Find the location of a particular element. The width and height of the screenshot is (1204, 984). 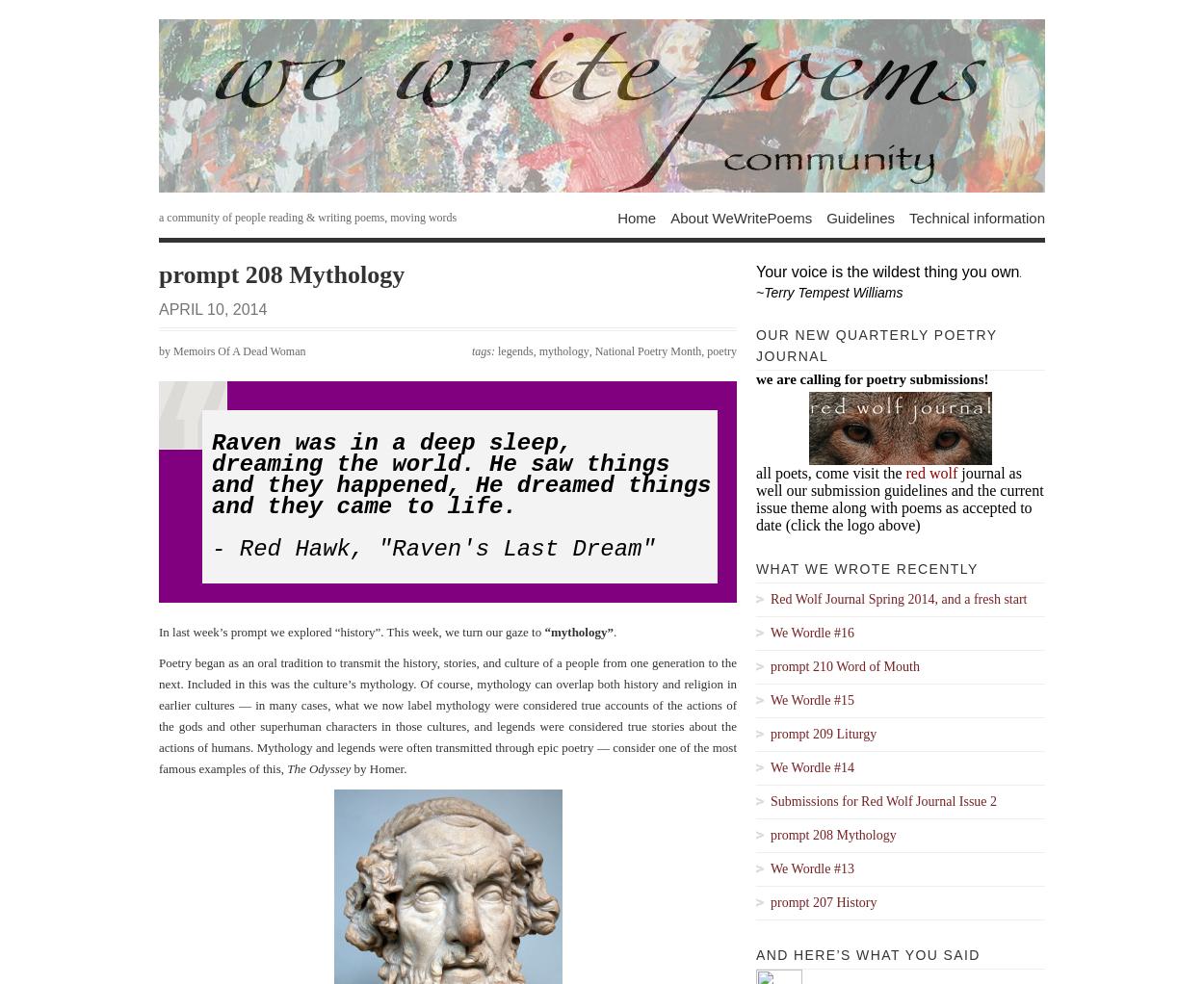

'We Wordle #15' is located at coordinates (811, 700).